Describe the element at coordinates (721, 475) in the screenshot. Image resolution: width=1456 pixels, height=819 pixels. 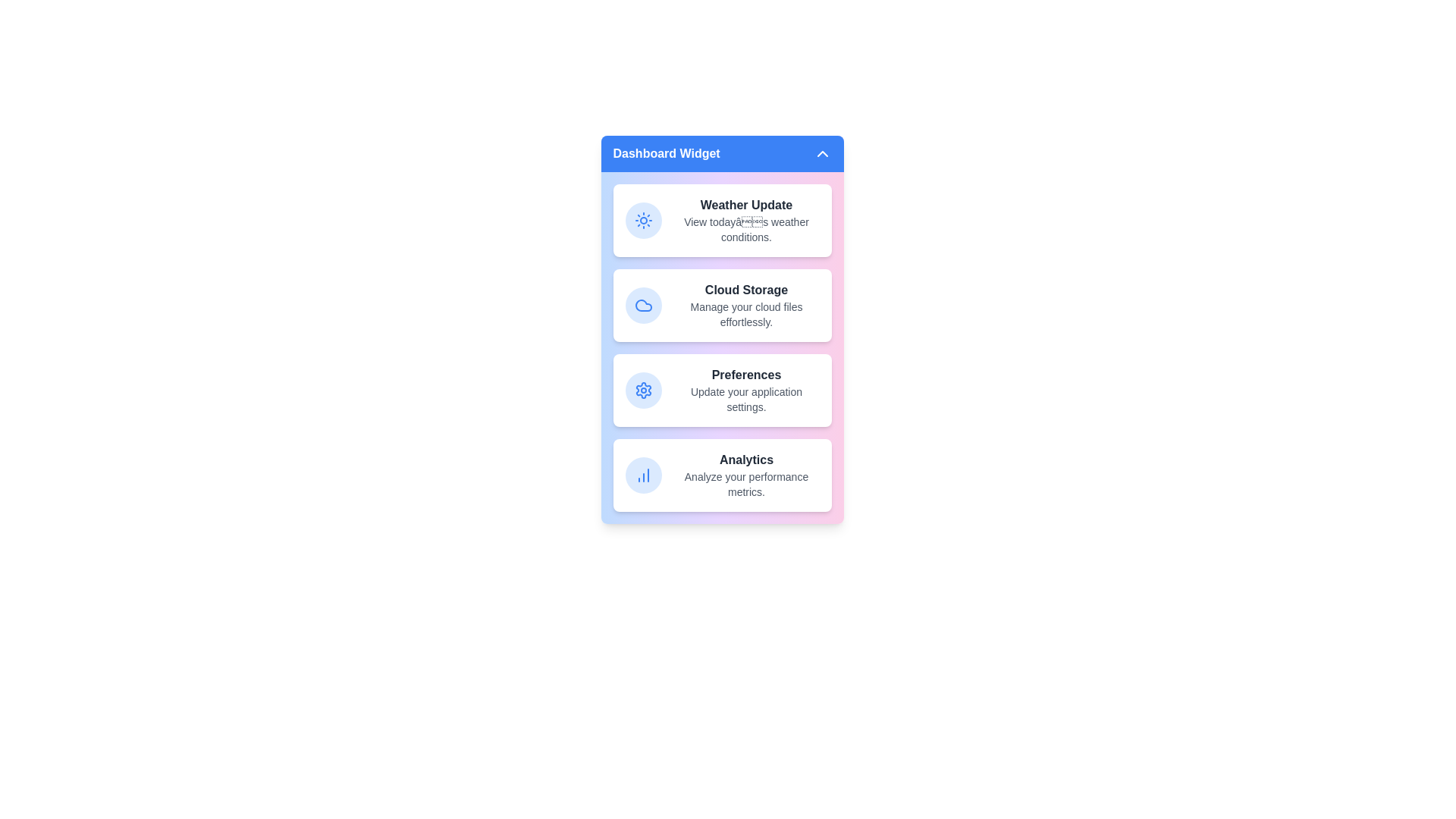
I see `the 'Analytics' item in the DashboardWidget` at that location.